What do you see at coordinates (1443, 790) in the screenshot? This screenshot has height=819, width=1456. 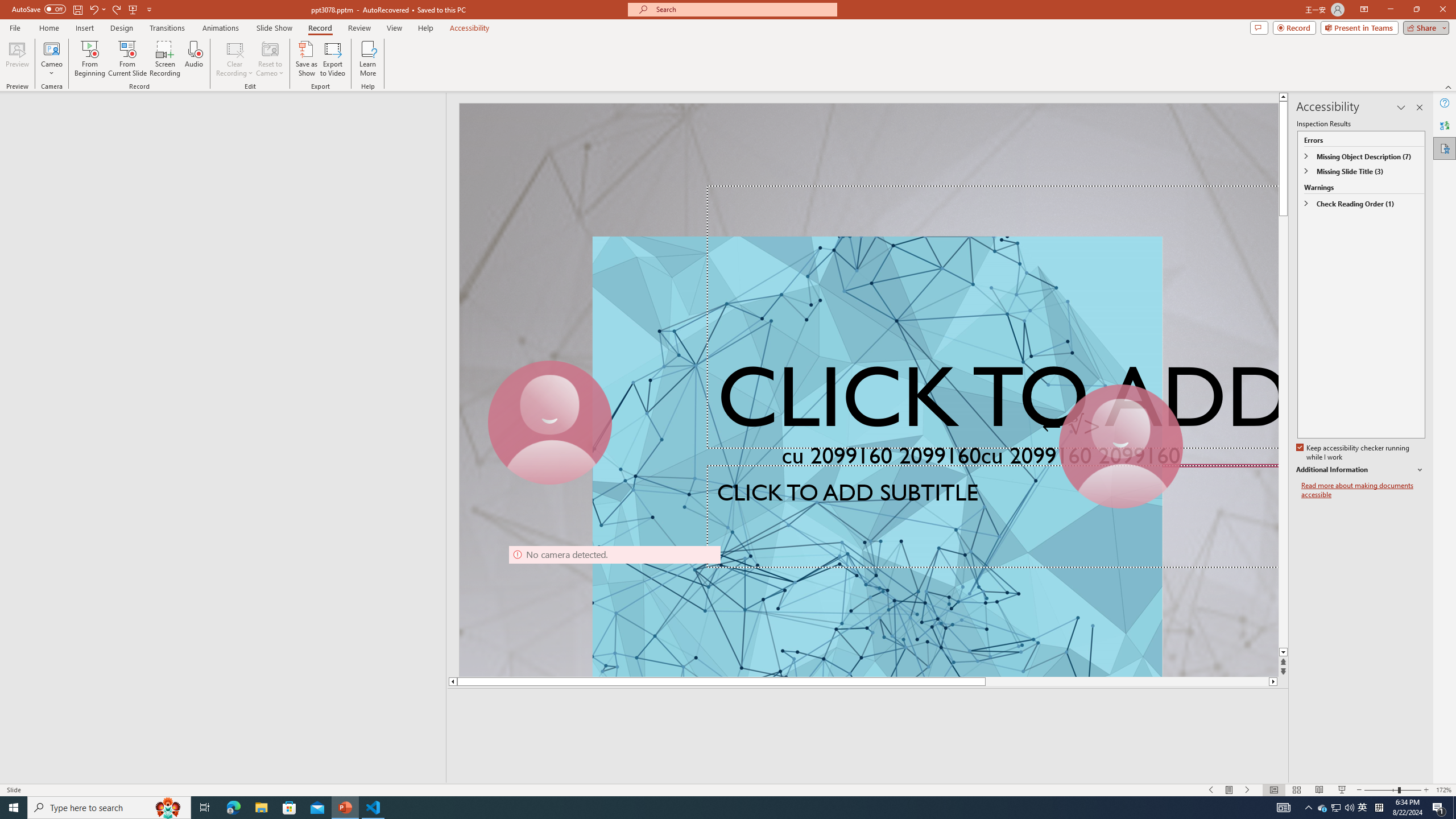 I see `'Zoom 172%'` at bounding box center [1443, 790].